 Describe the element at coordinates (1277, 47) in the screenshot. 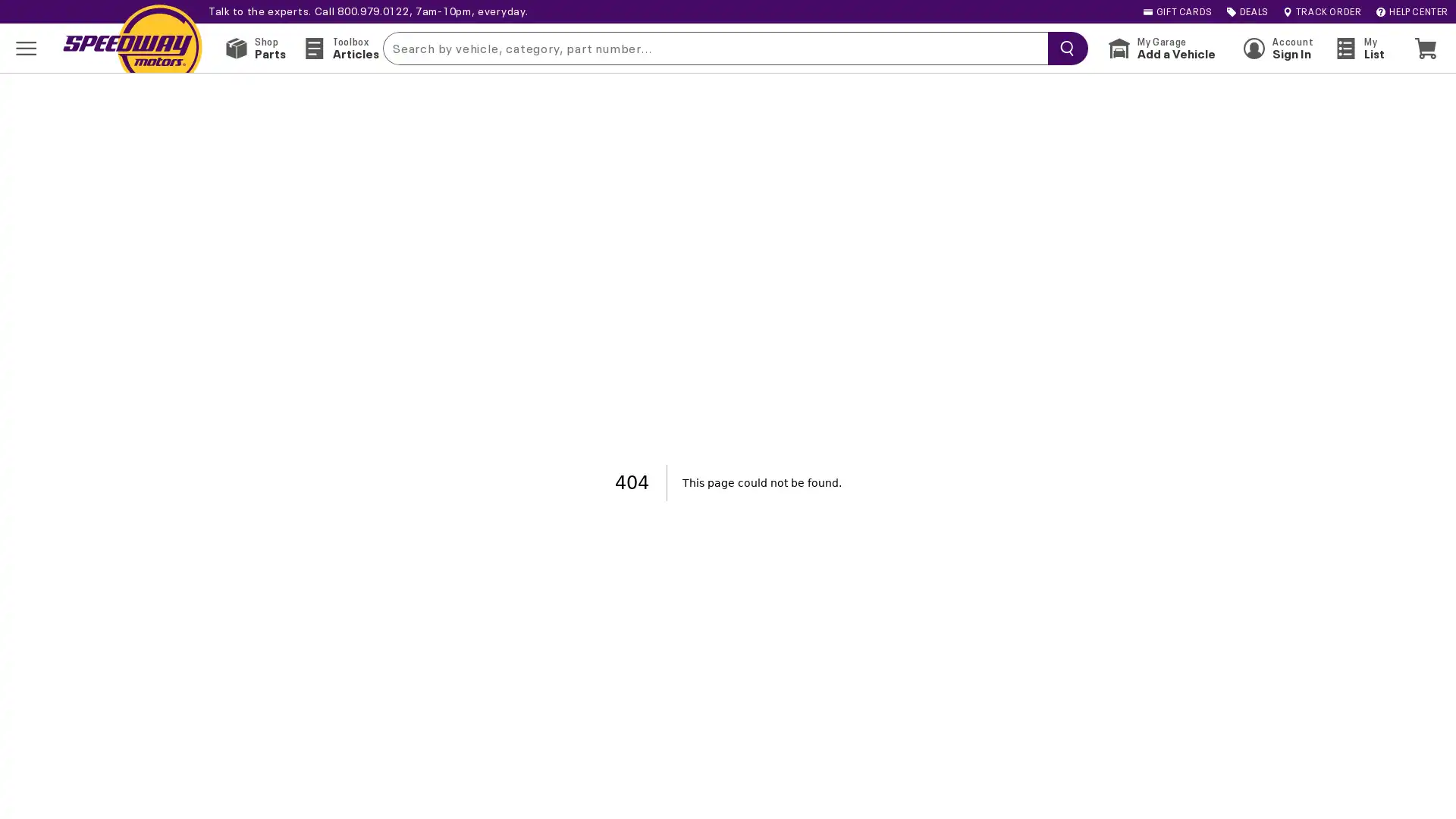

I see `Account Sign In` at that location.